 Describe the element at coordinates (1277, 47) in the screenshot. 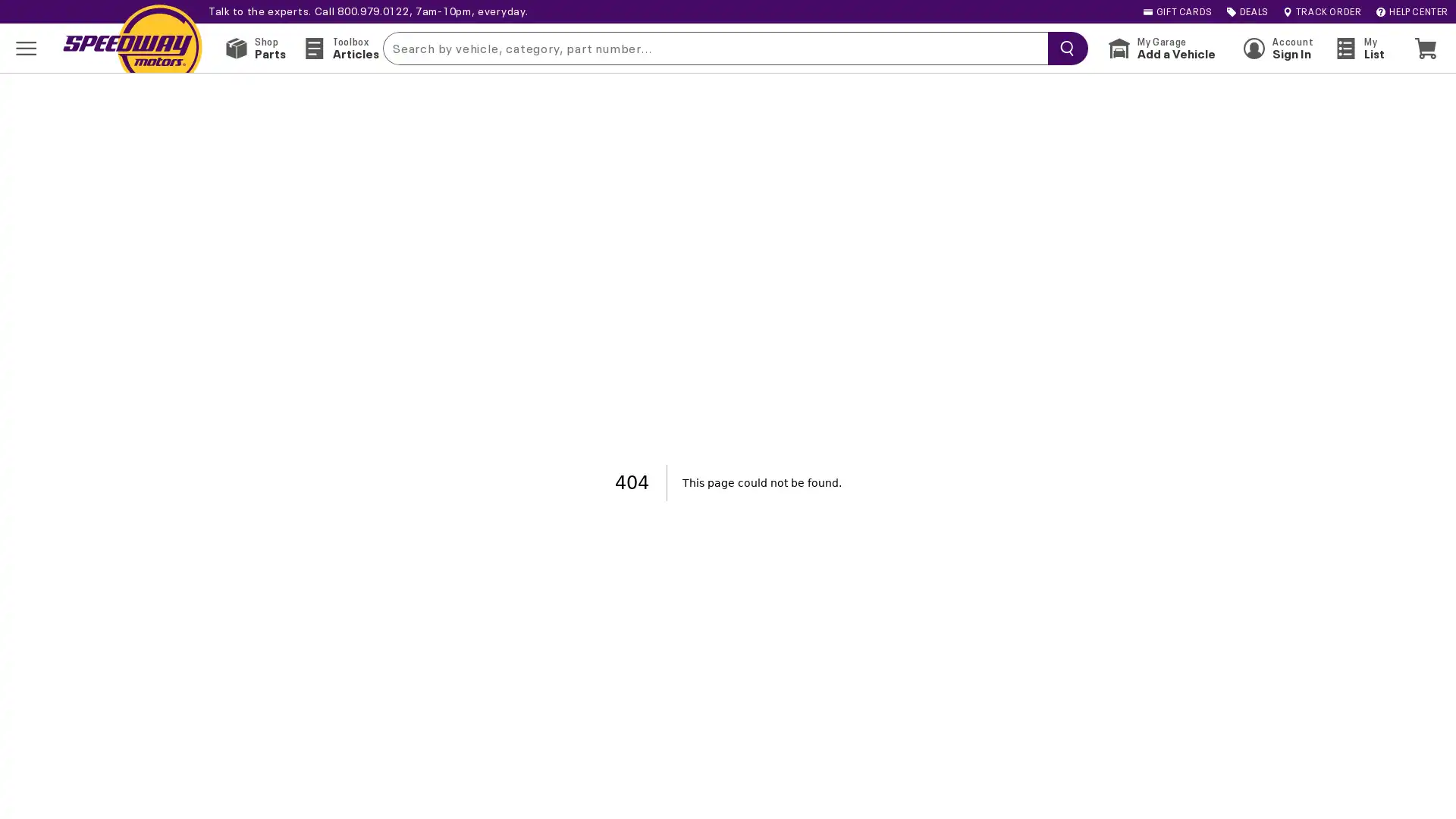

I see `Account Sign In` at that location.